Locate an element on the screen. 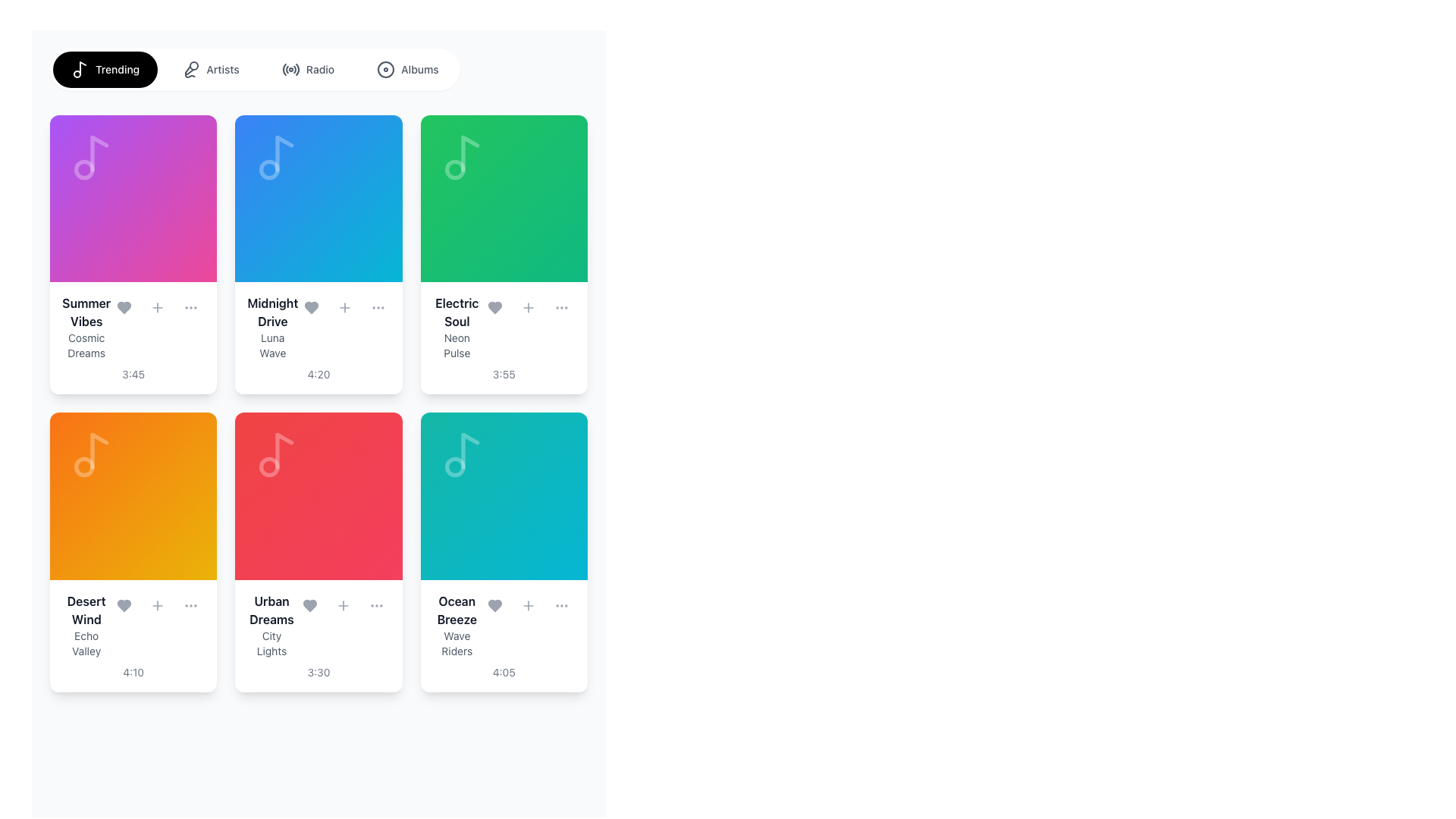 The image size is (1456, 819). Text Label displaying the duration of the music track located in the 'Ocean Breeze' card, which is positioned at the bottom of the card in the third column of the second row is located at coordinates (504, 671).